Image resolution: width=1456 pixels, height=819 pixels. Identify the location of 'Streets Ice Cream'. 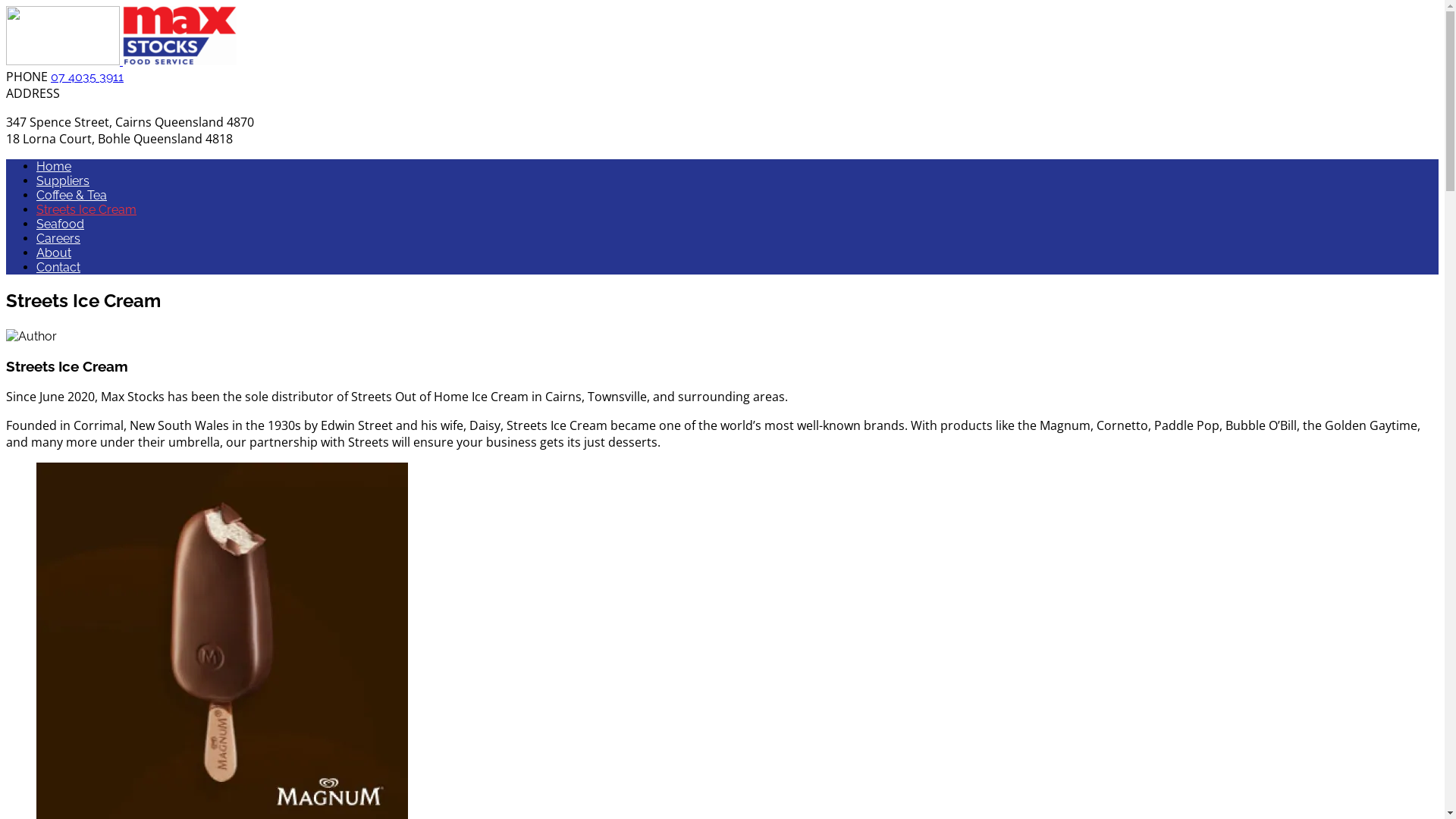
(36, 209).